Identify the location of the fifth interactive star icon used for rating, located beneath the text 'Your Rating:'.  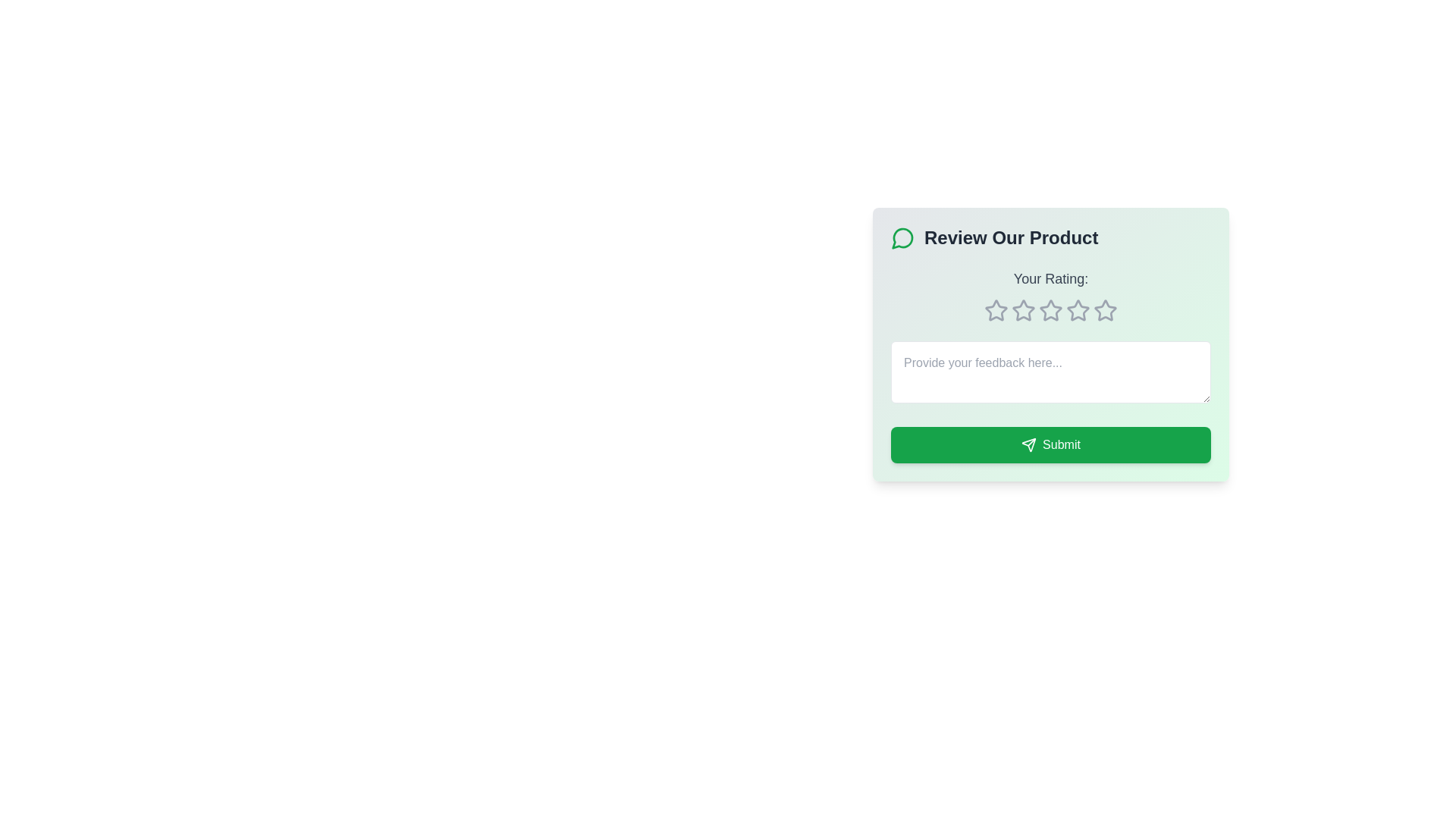
(1050, 309).